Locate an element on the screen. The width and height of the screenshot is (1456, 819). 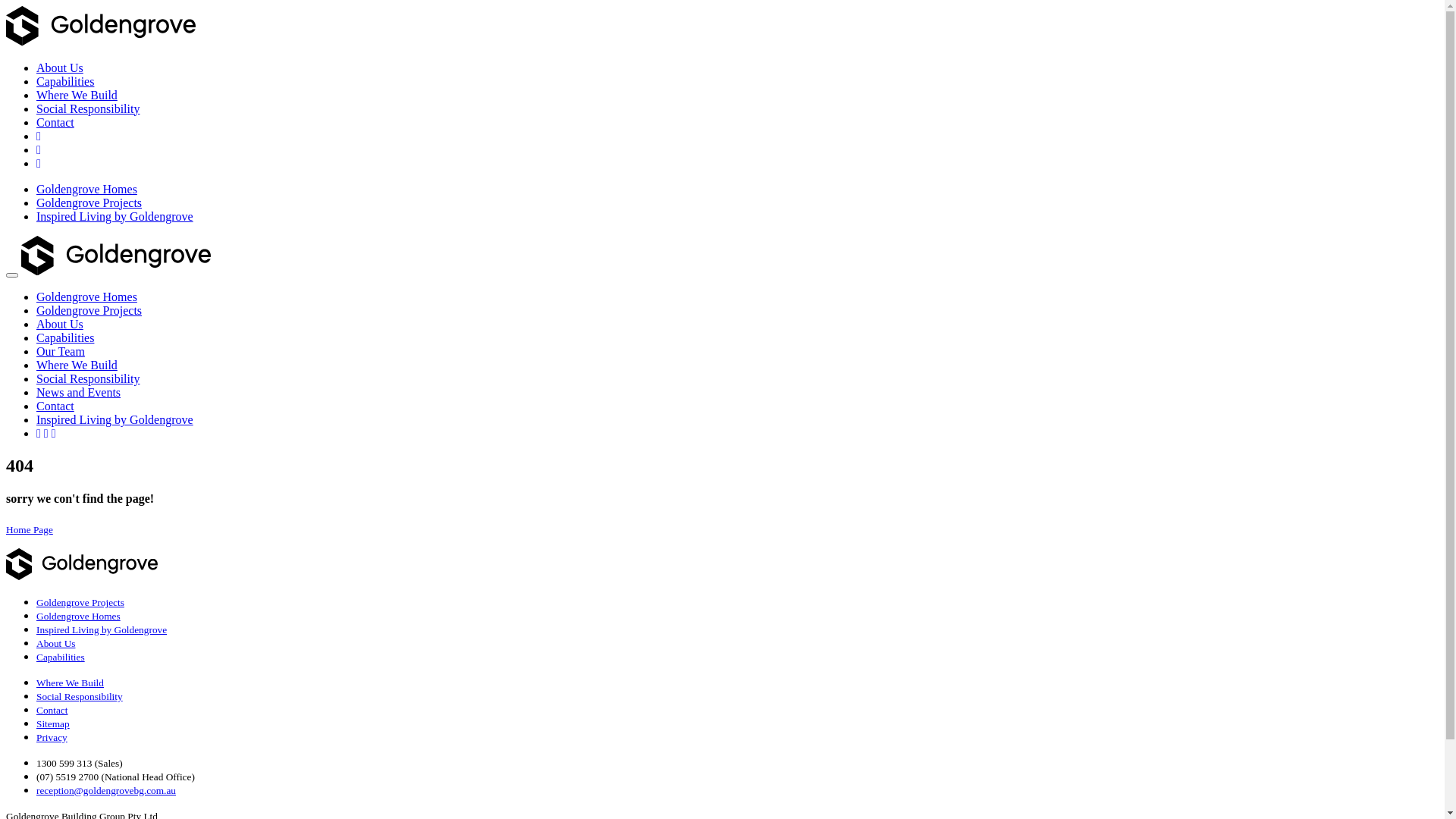
'Inspired Living by Goldengrove' is located at coordinates (114, 419).